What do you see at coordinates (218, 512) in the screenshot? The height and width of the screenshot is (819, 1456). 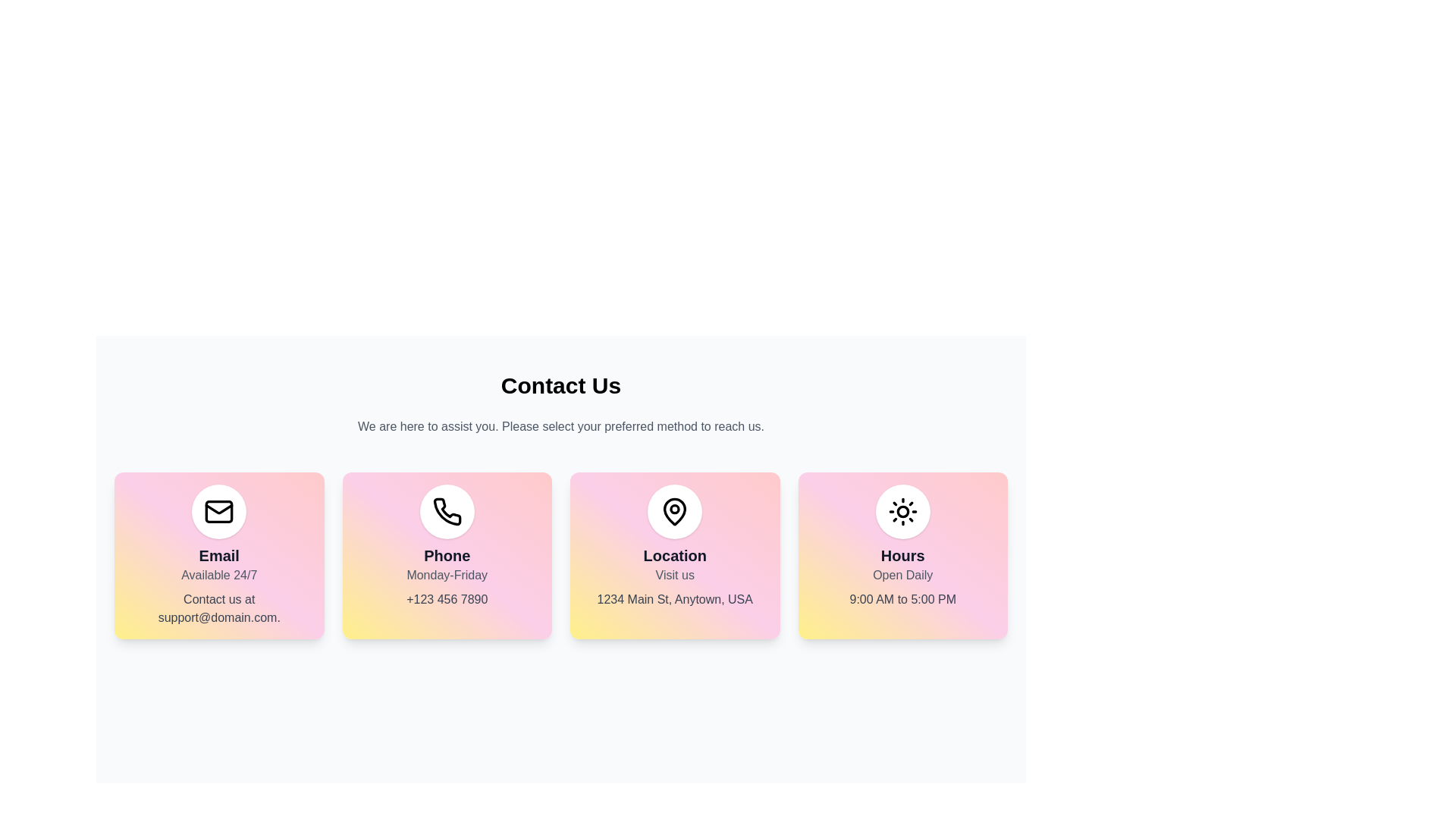 I see `the email communication icon located at the top center of the first contact card in a grid of four cards, positioned directly above the 'Email' label` at bounding box center [218, 512].